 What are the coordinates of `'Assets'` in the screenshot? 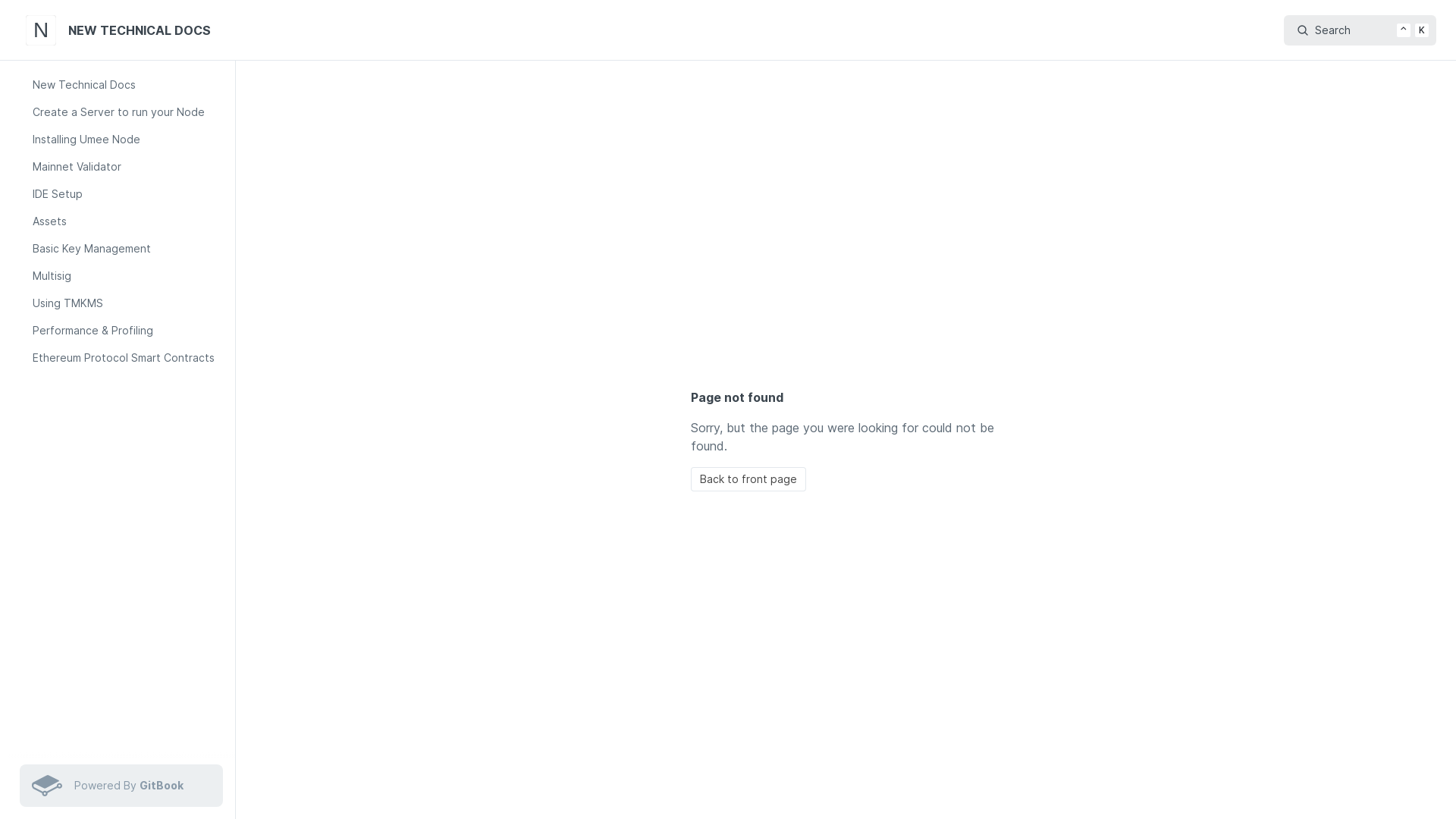 It's located at (127, 221).